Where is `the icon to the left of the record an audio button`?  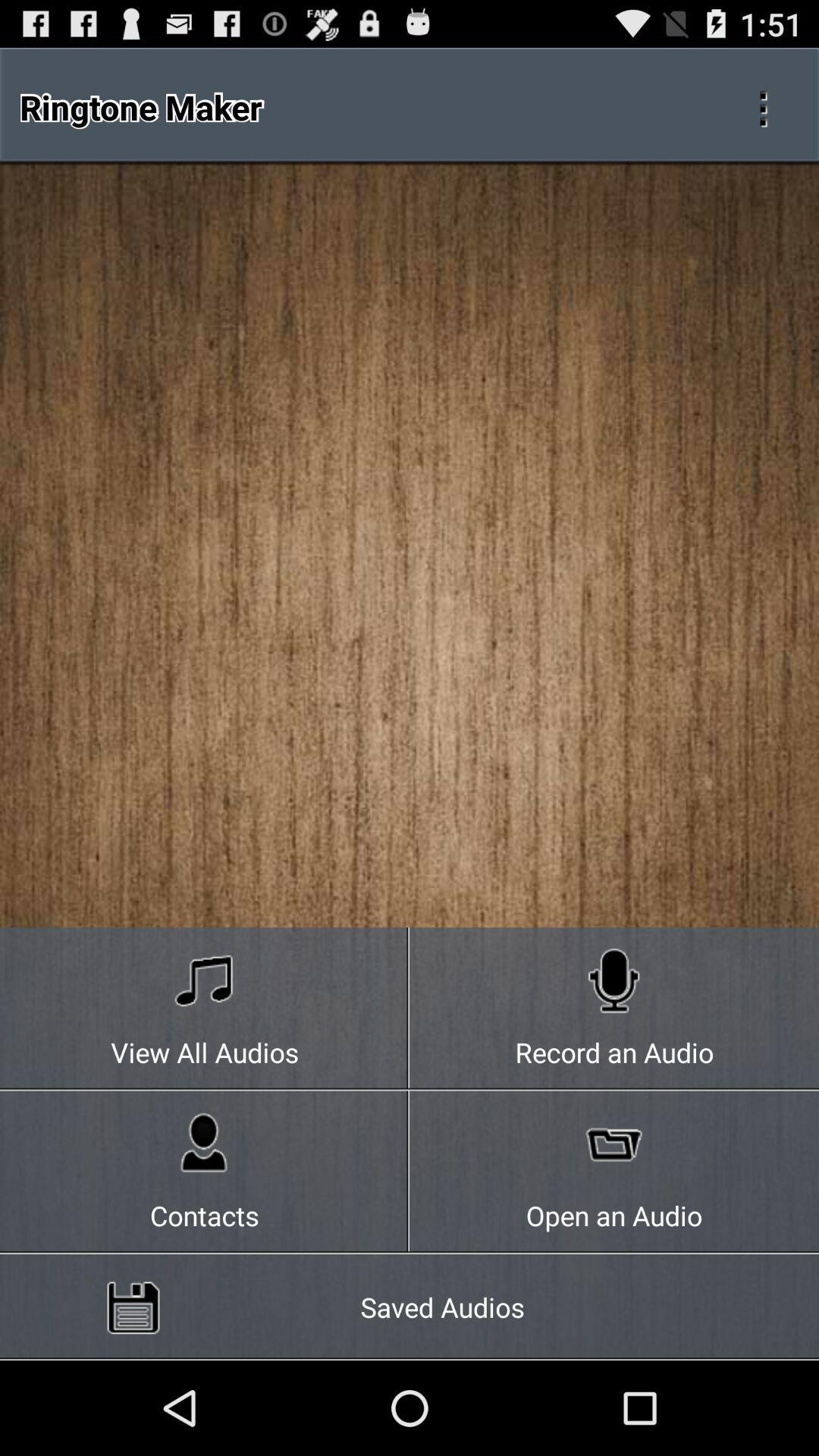 the icon to the left of the record an audio button is located at coordinates (205, 1172).